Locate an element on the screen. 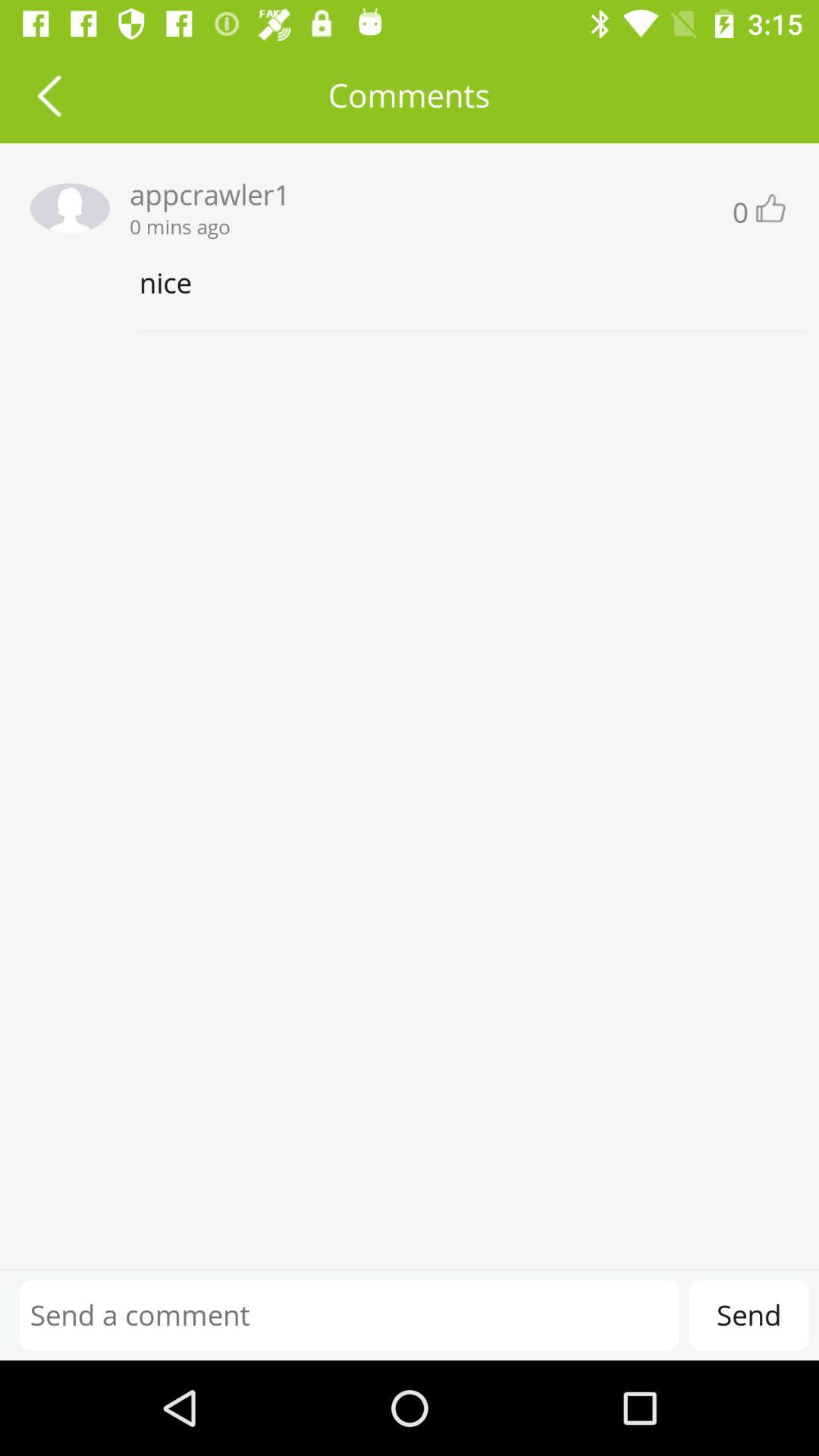  the icon above nice icon is located at coordinates (769, 207).